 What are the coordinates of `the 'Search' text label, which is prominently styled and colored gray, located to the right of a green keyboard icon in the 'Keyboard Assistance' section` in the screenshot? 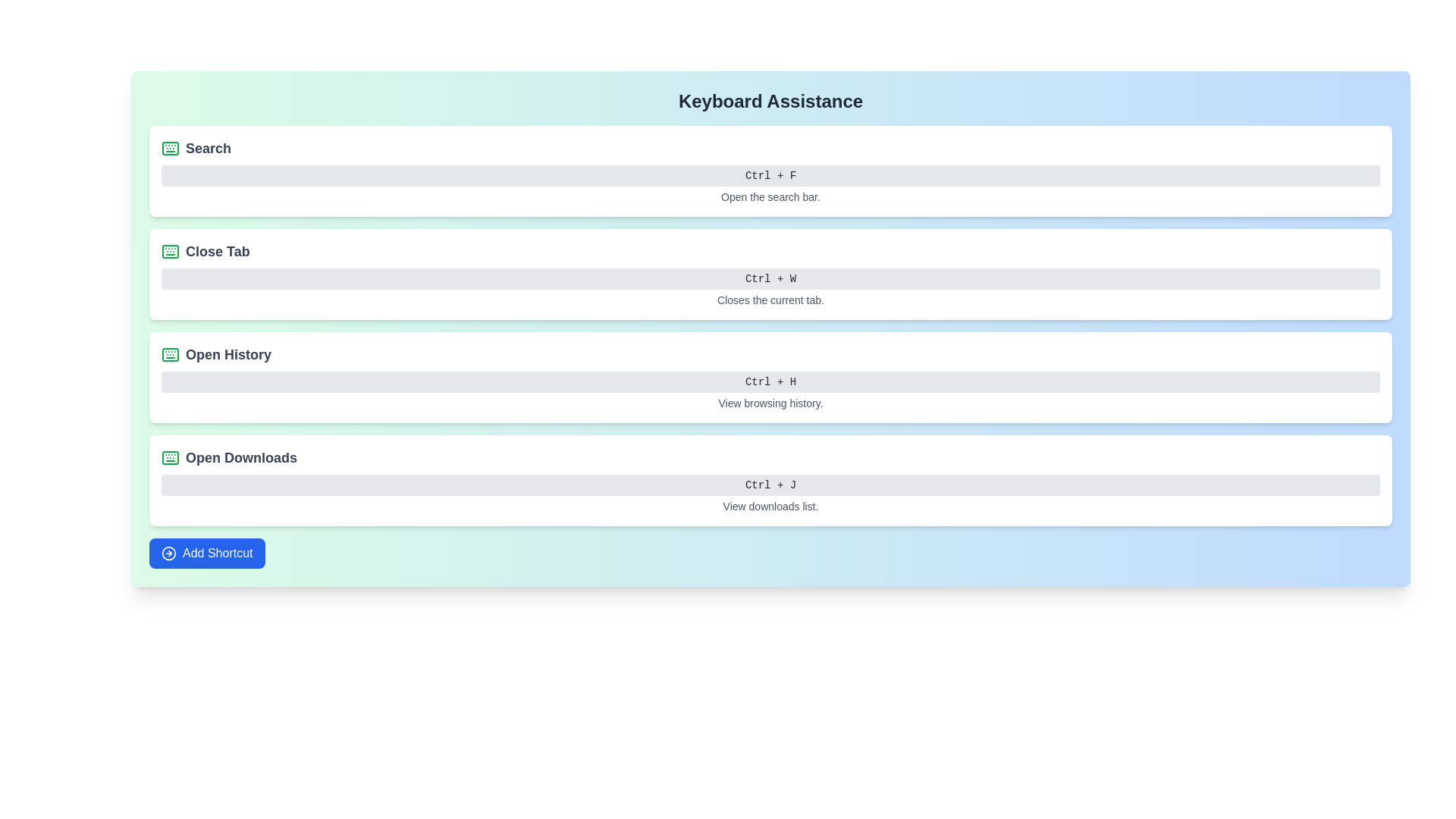 It's located at (207, 149).